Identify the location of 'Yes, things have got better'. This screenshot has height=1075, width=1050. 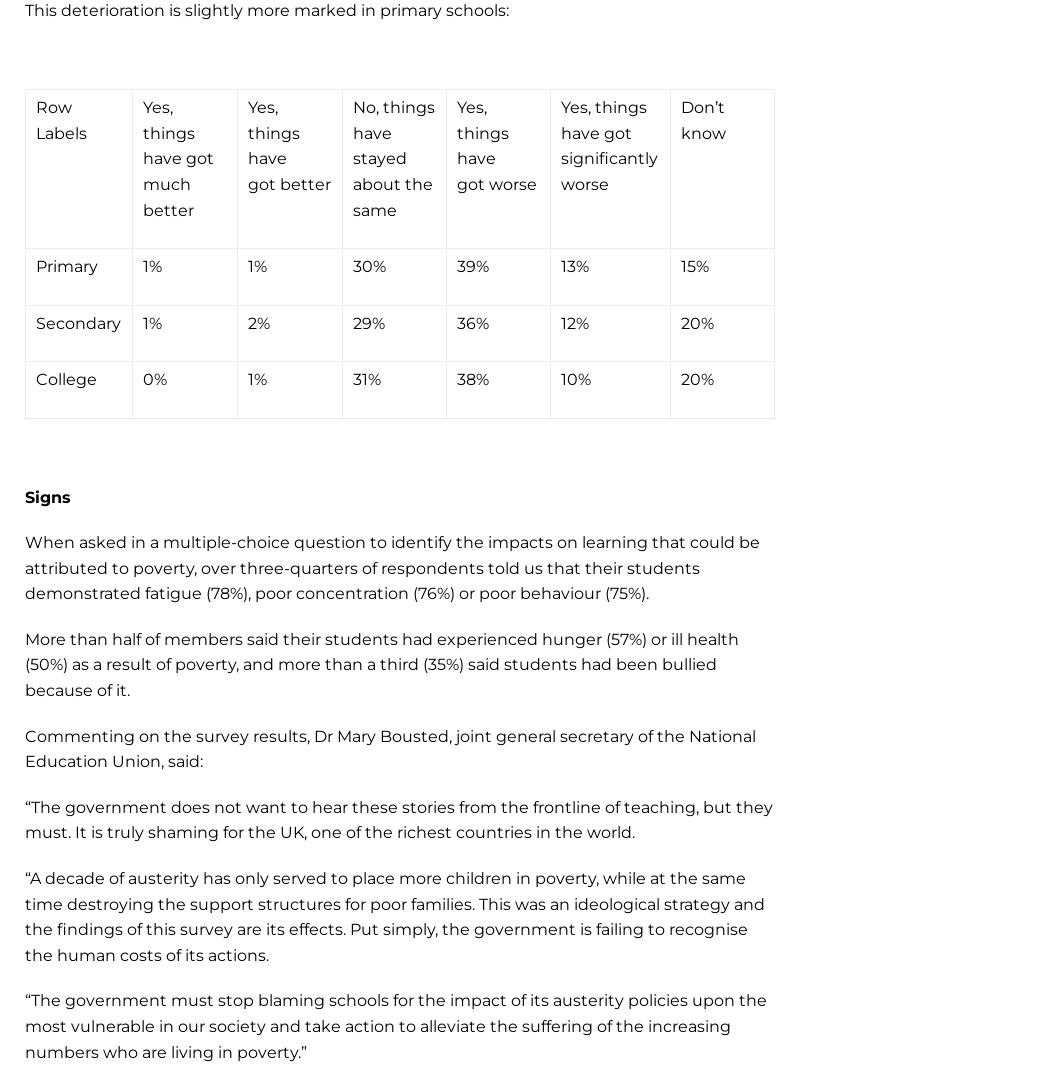
(287, 144).